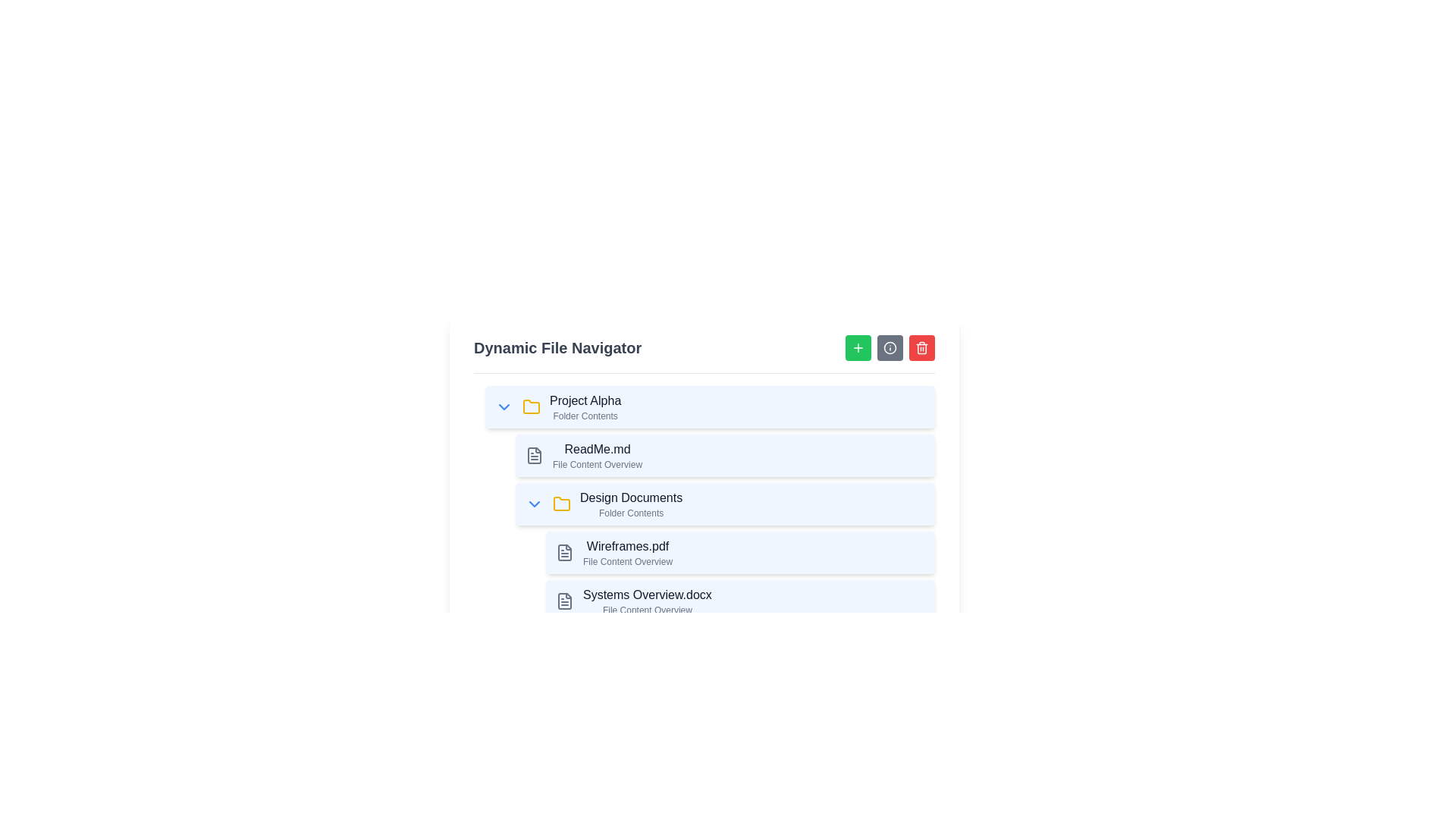 This screenshot has width=1456, height=819. What do you see at coordinates (724, 455) in the screenshot?
I see `on the 'ReadMe.md' file item element located below the 'Project Alpha' folder in the file navigation system` at bounding box center [724, 455].